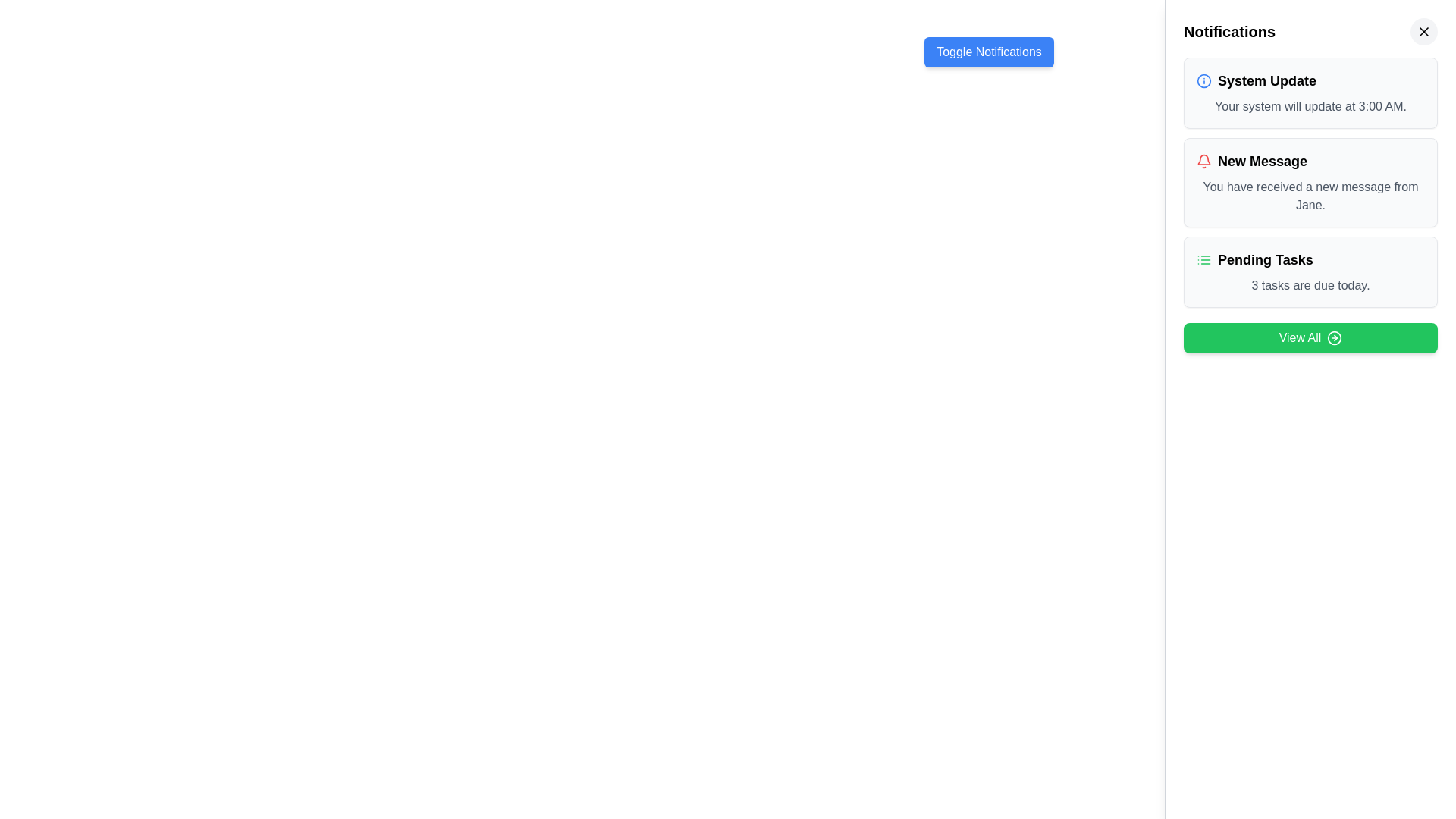  What do you see at coordinates (1203, 81) in the screenshot?
I see `the circular information icon with a blue outline located in the top notification block adjacent to the 'System Update' title` at bounding box center [1203, 81].